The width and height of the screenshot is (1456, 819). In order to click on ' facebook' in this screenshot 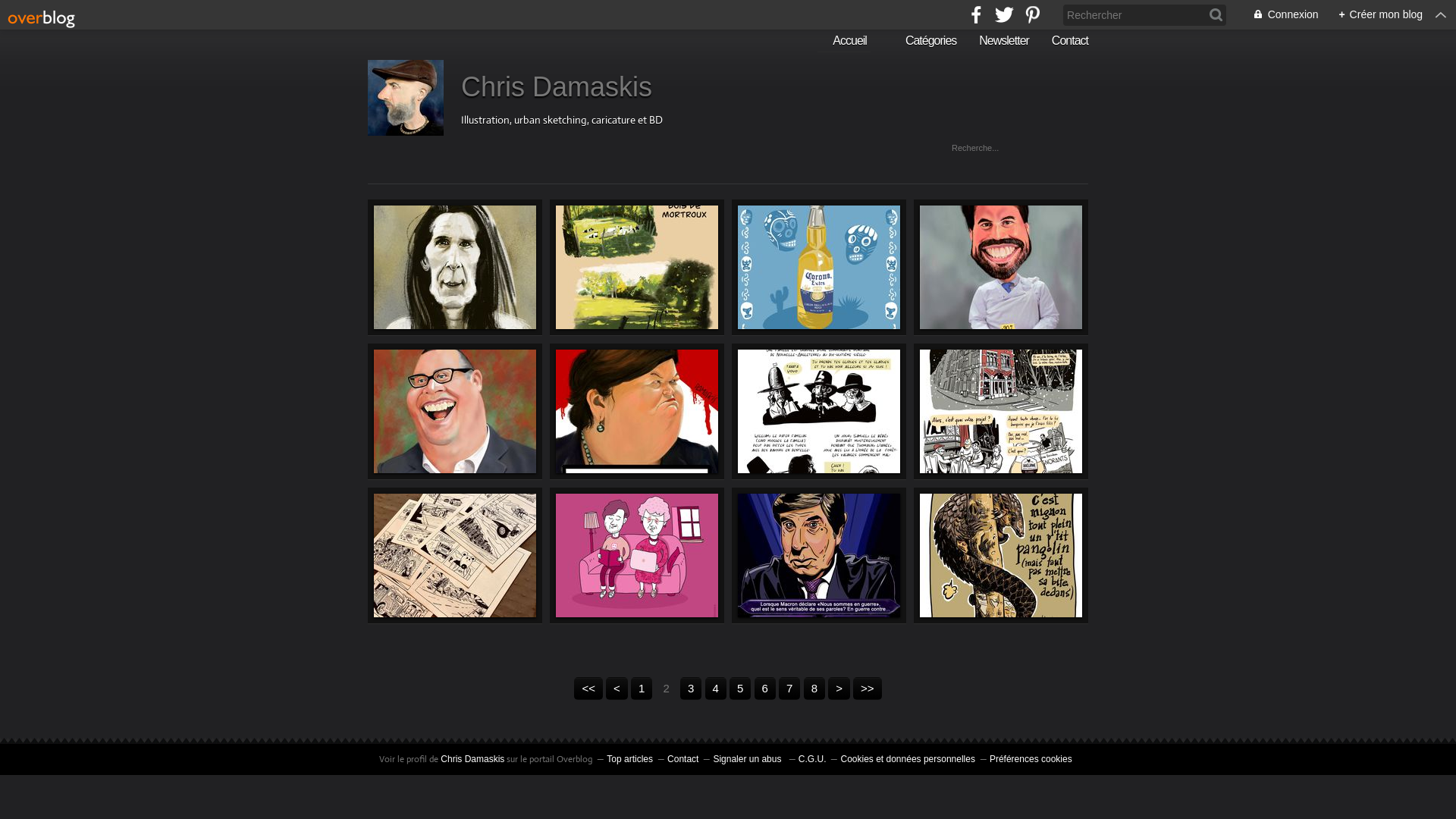, I will do `click(966, 14)`.